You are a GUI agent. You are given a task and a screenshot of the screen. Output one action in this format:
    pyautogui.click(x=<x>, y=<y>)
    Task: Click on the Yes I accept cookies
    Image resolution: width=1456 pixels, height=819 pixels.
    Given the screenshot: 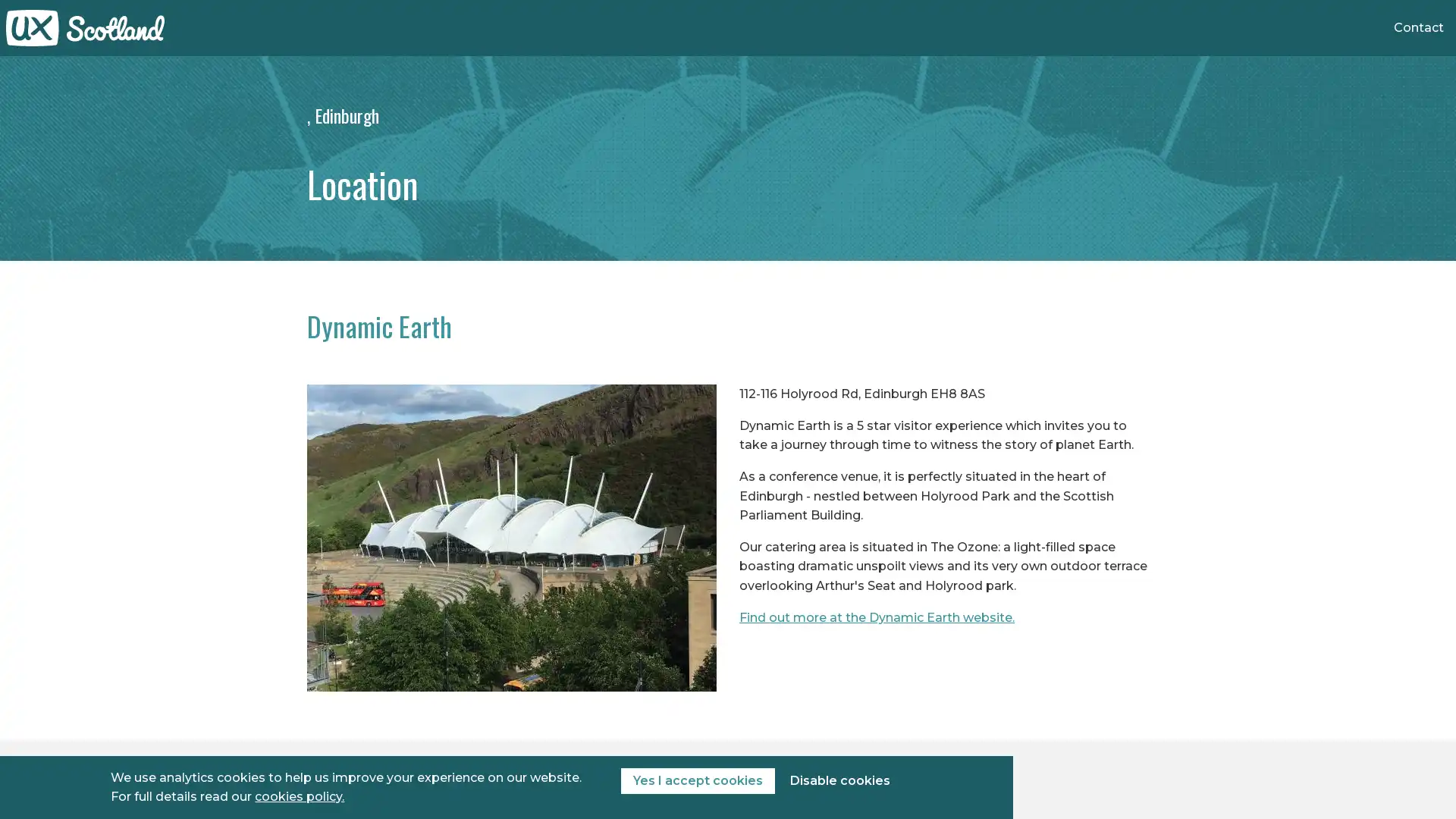 What is the action you would take?
    pyautogui.click(x=696, y=780)
    